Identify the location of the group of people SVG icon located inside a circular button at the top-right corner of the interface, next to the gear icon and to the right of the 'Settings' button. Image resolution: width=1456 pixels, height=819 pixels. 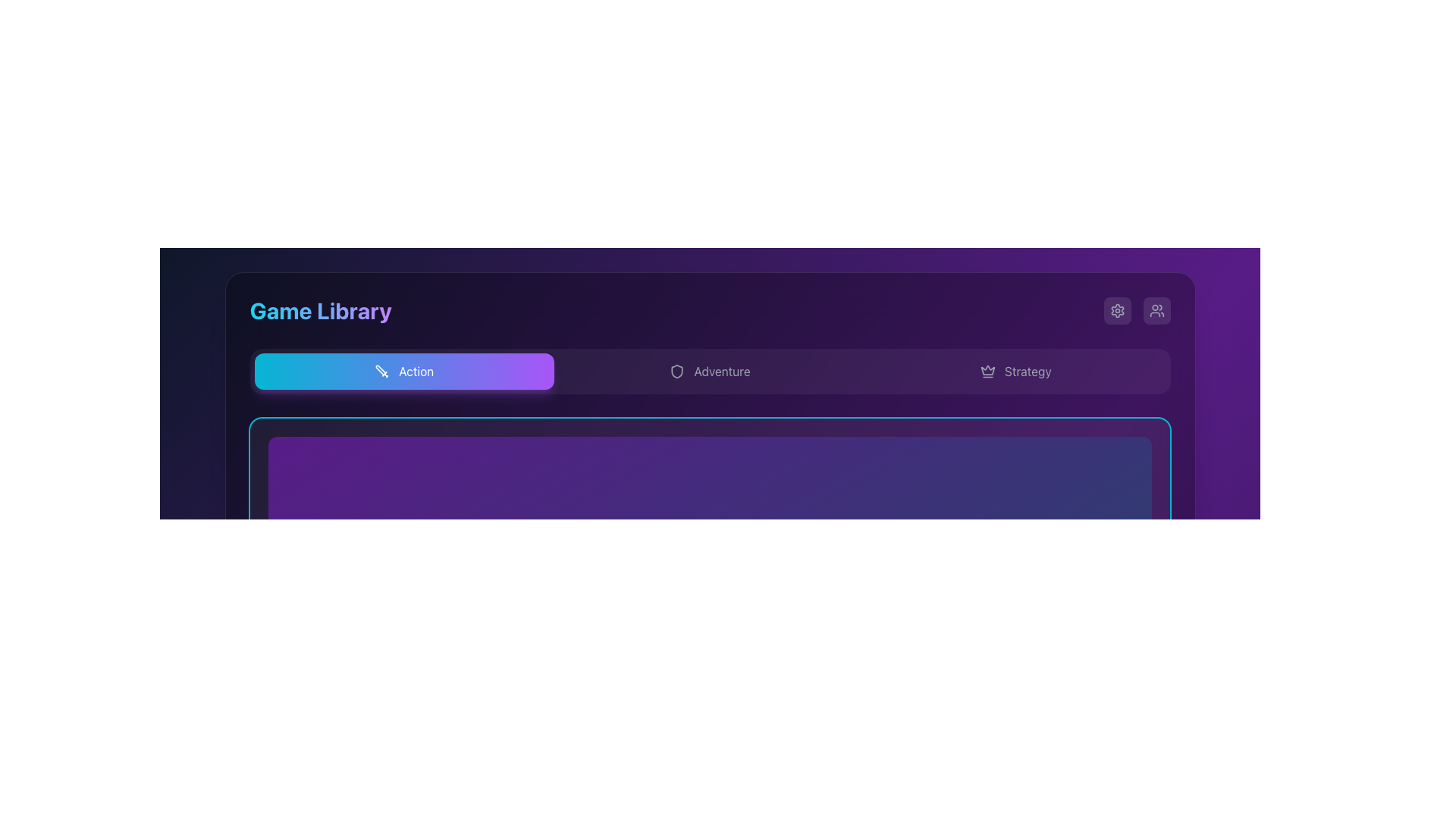
(1156, 309).